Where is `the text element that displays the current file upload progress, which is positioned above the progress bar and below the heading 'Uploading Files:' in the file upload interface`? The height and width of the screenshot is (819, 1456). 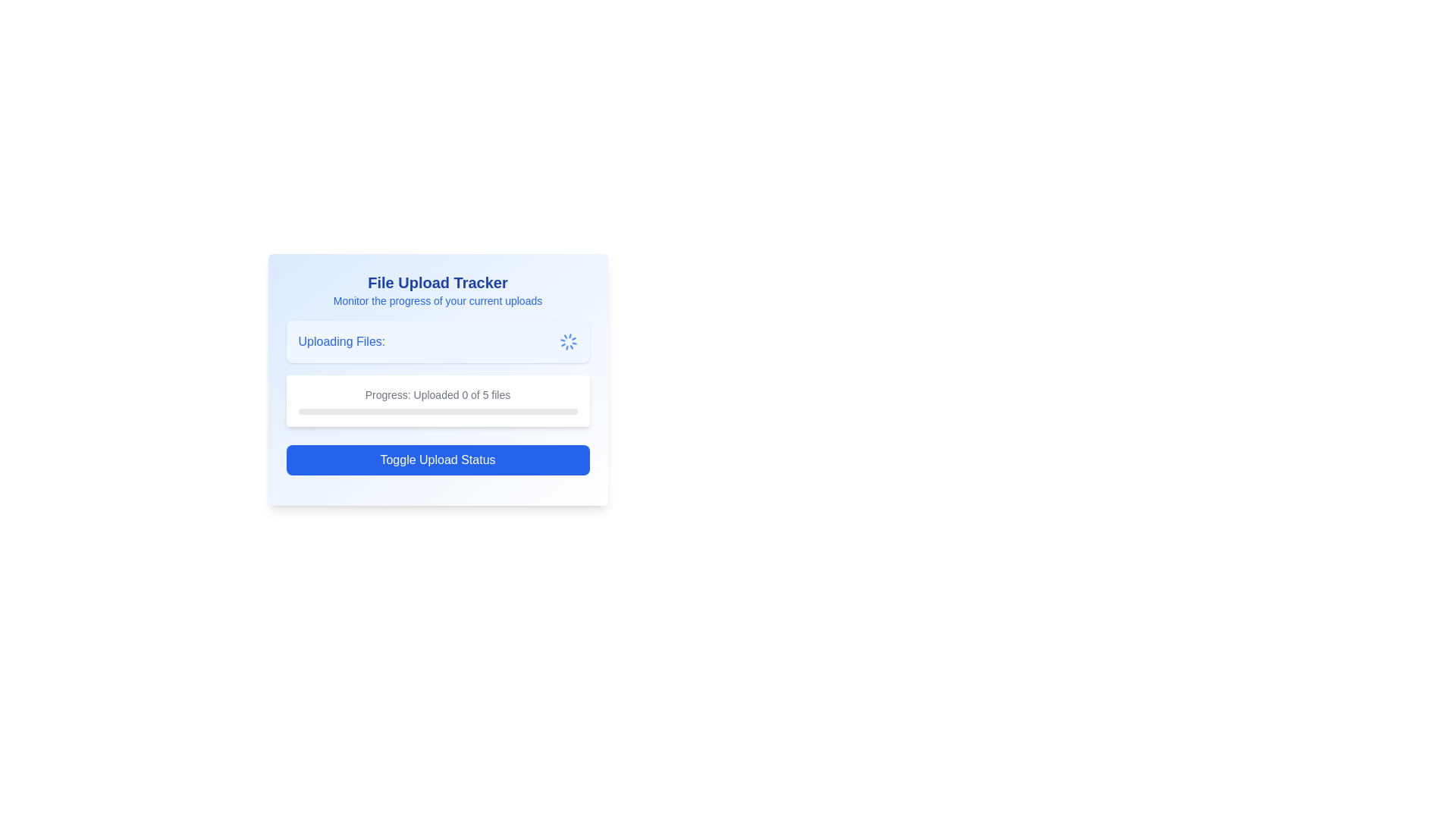 the text element that displays the current file upload progress, which is positioned above the progress bar and below the heading 'Uploading Files:' in the file upload interface is located at coordinates (437, 394).